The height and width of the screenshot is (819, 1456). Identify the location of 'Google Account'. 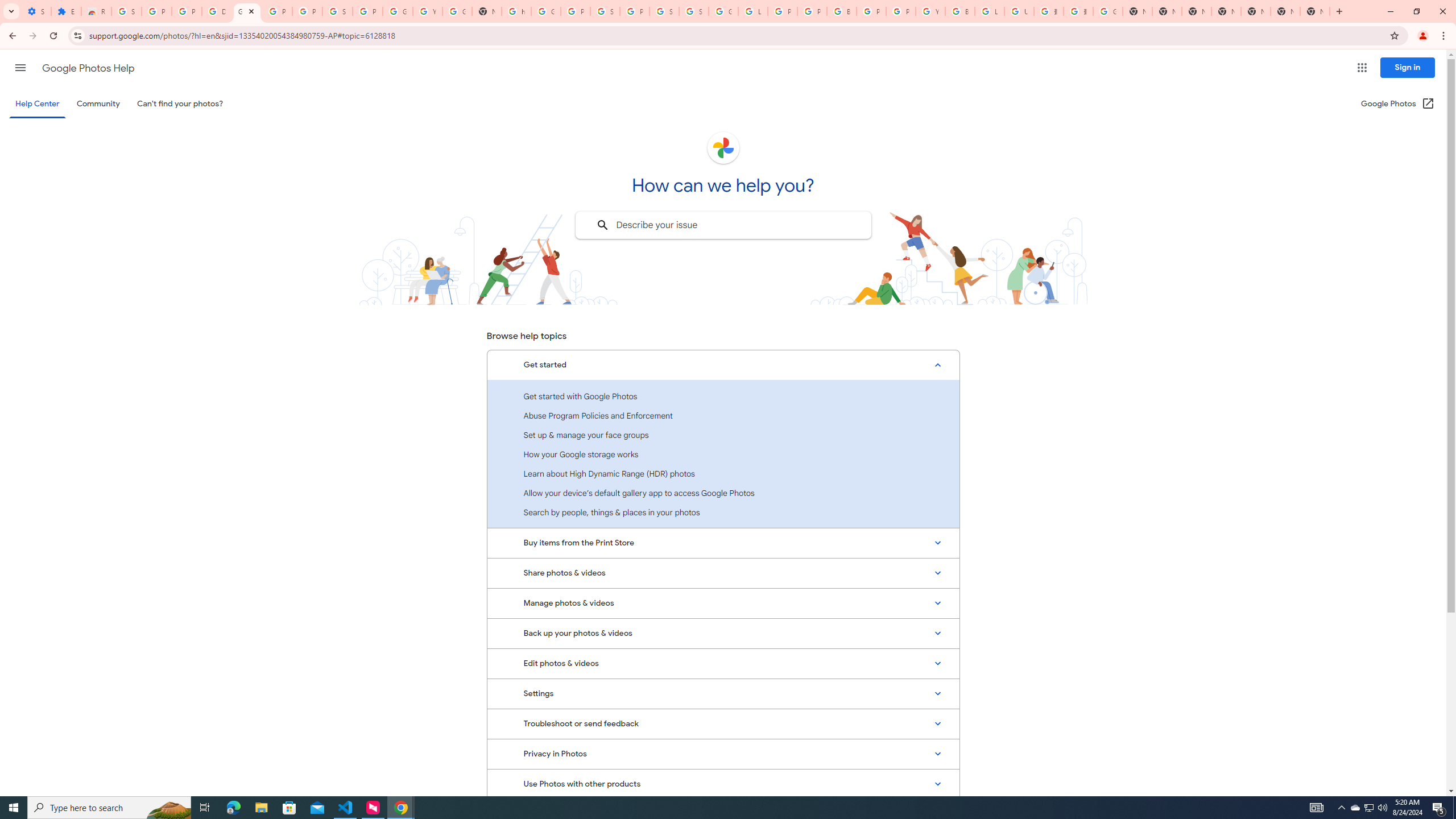
(396, 11).